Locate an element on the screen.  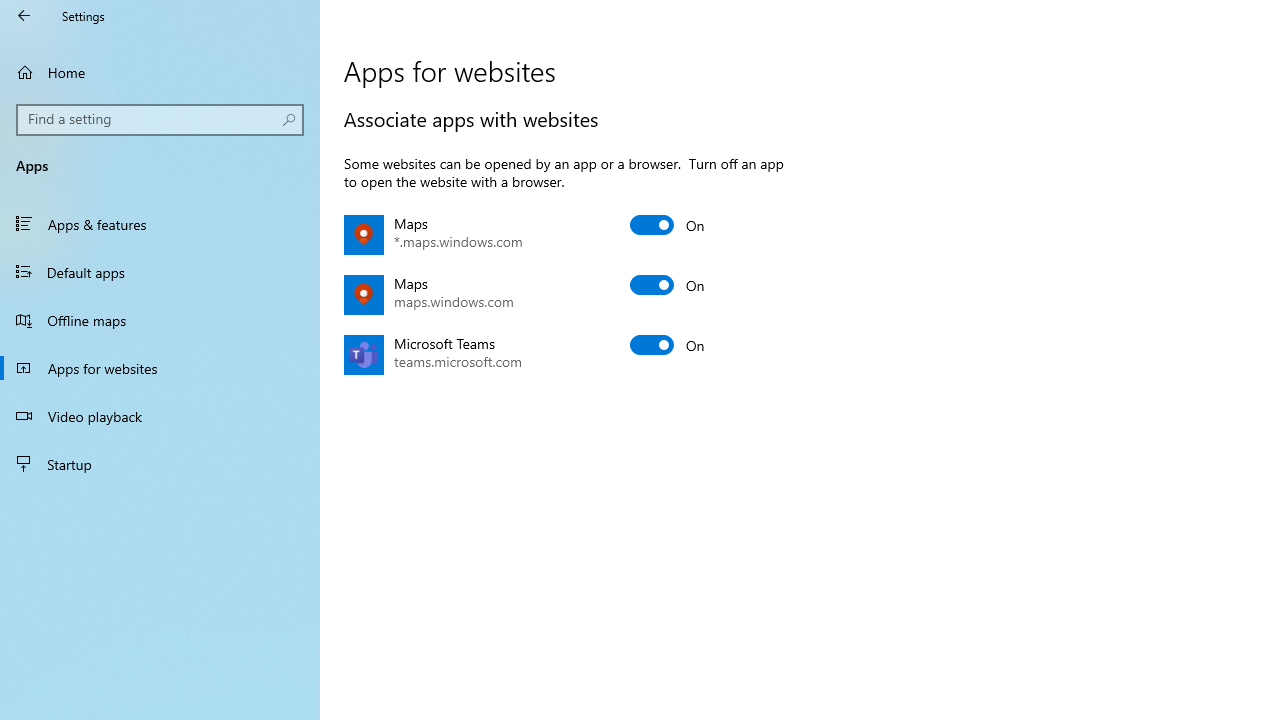
'Home' is located at coordinates (160, 71).